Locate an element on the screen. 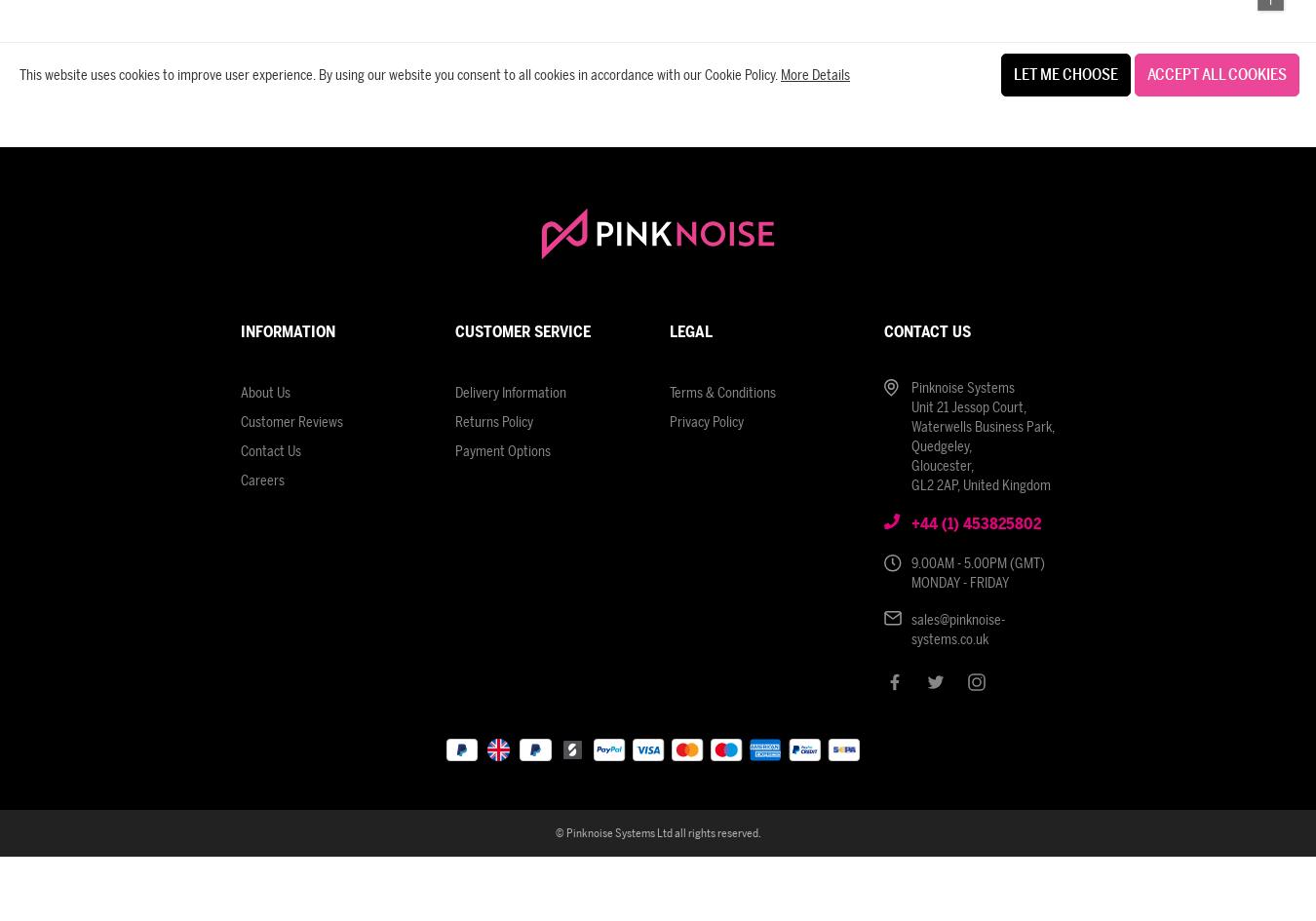 The height and width of the screenshot is (921, 1316). 'Payment Options' is located at coordinates (501, 451).